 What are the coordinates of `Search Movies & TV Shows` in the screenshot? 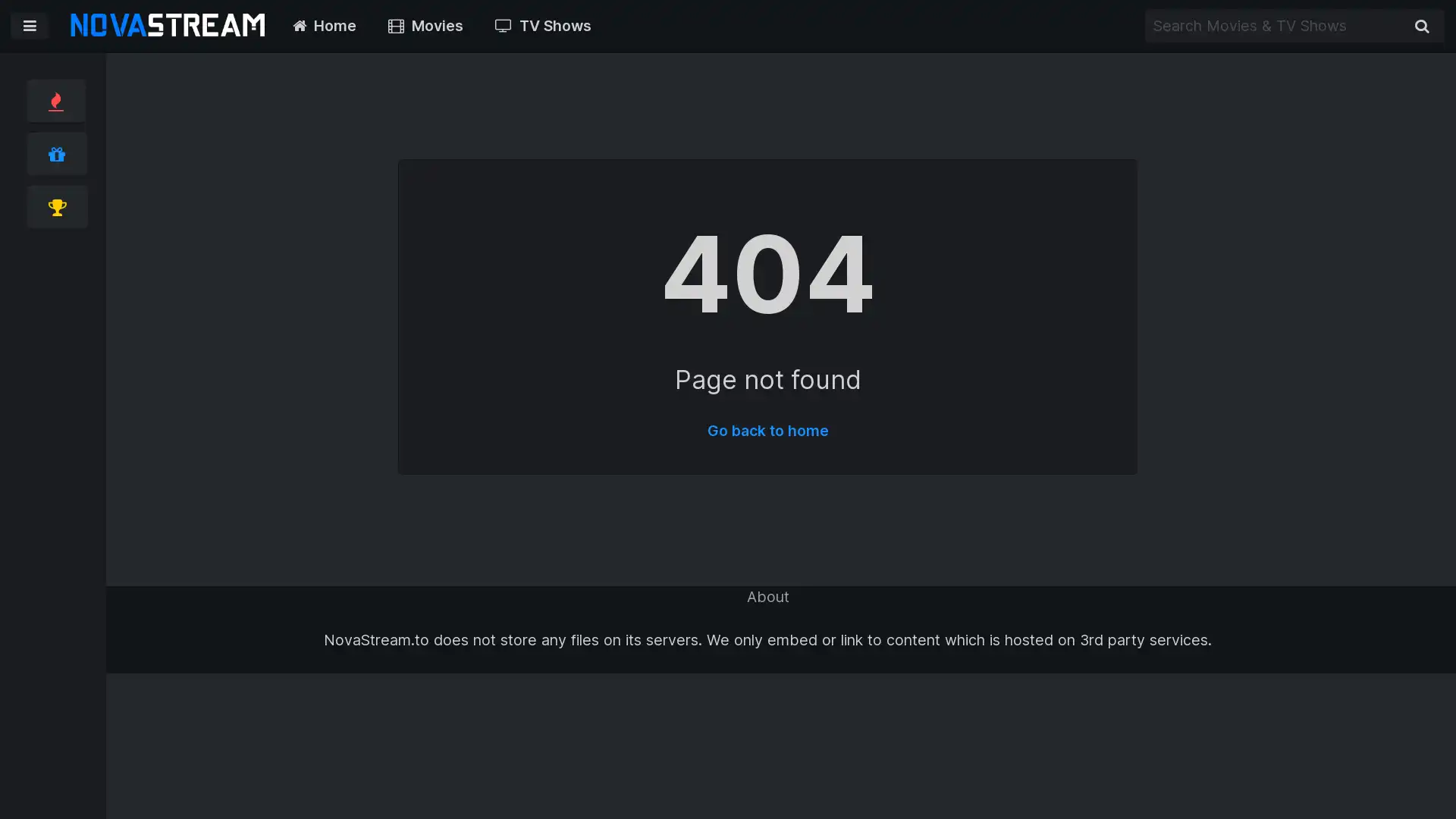 It's located at (1421, 26).